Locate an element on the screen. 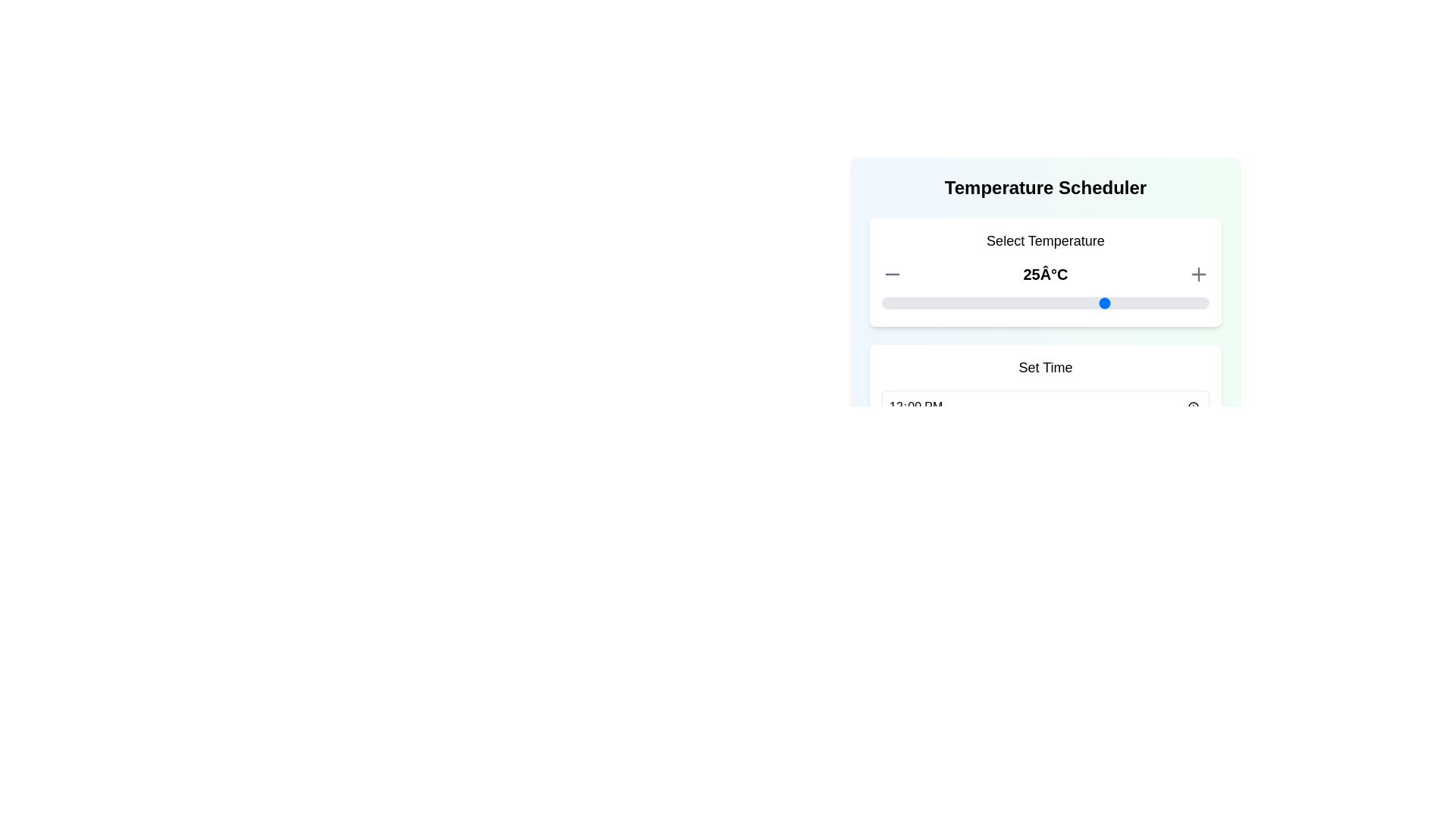  the temperature slider is located at coordinates (1140, 303).